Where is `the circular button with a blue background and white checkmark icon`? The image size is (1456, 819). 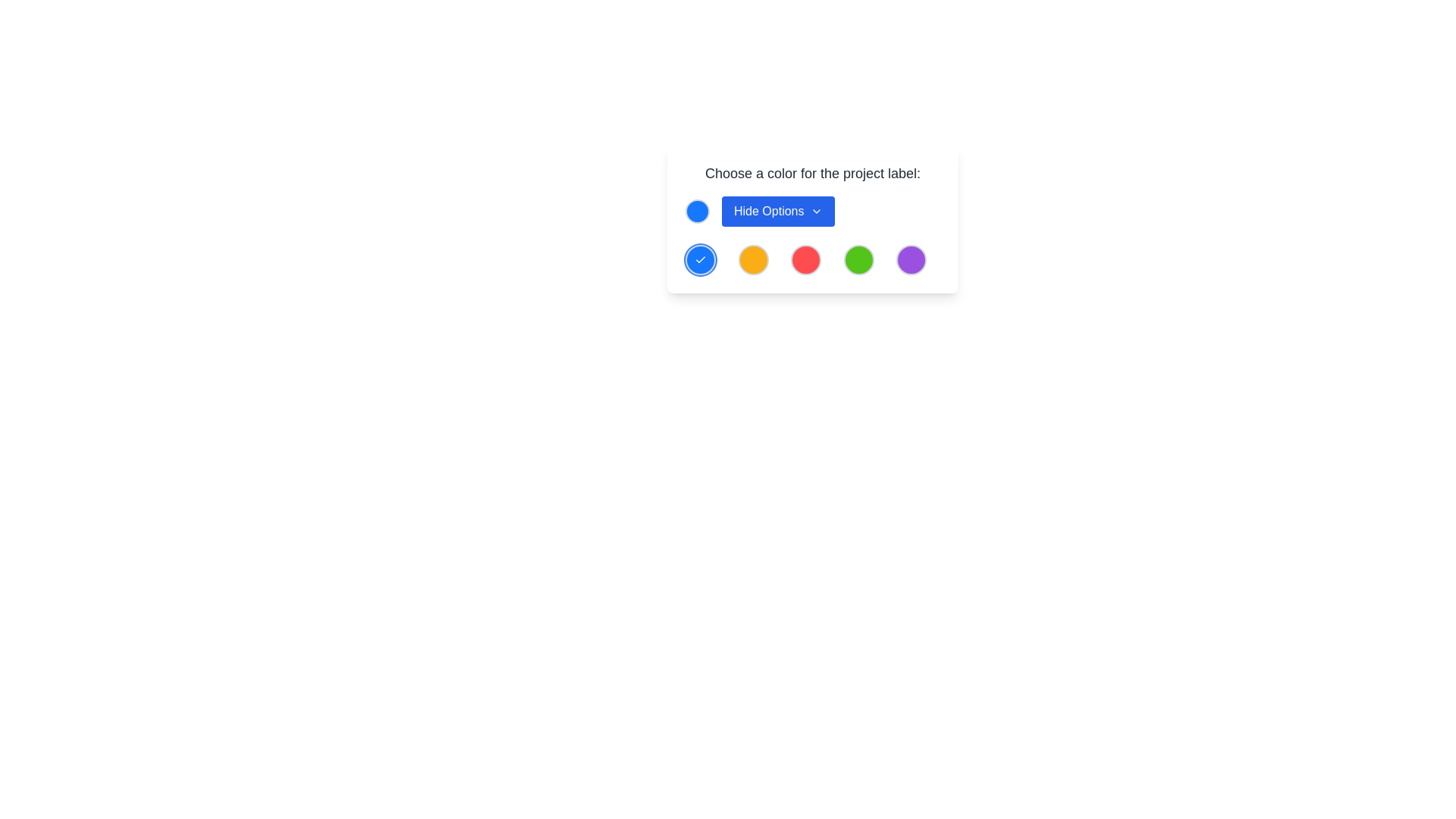
the circular button with a blue background and white checkmark icon is located at coordinates (700, 259).